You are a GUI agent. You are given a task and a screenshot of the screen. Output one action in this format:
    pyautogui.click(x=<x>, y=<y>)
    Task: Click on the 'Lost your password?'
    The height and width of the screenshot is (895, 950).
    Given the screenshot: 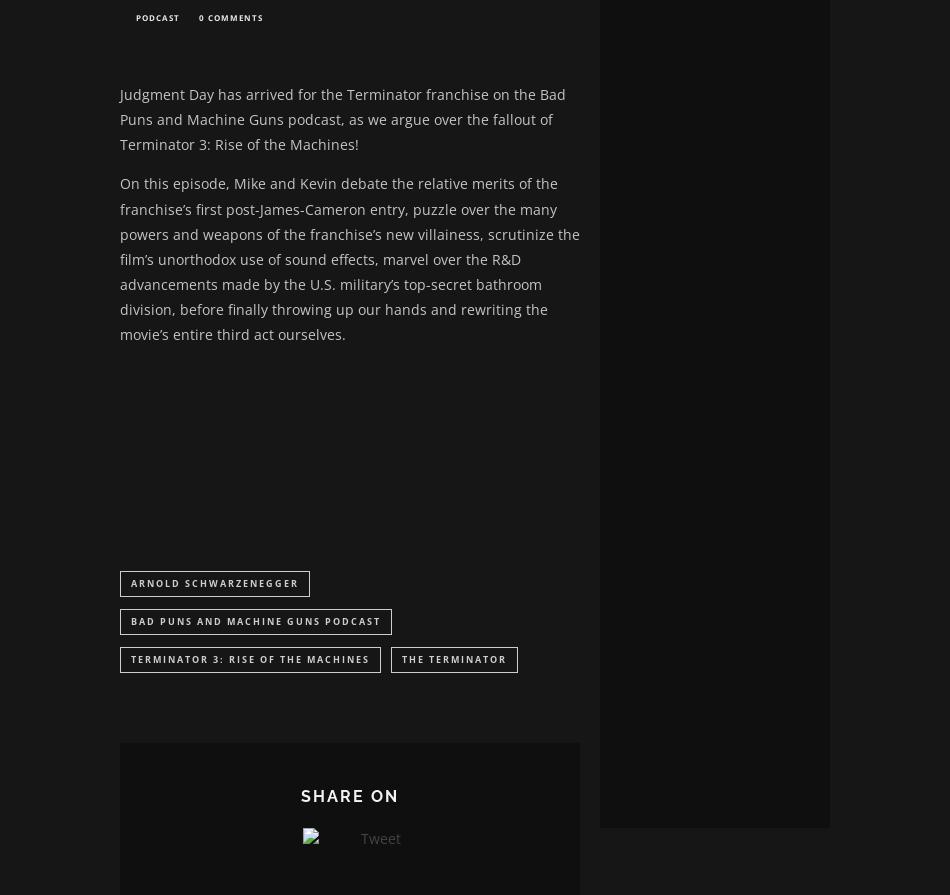 What is the action you would take?
    pyautogui.click(x=473, y=165)
    